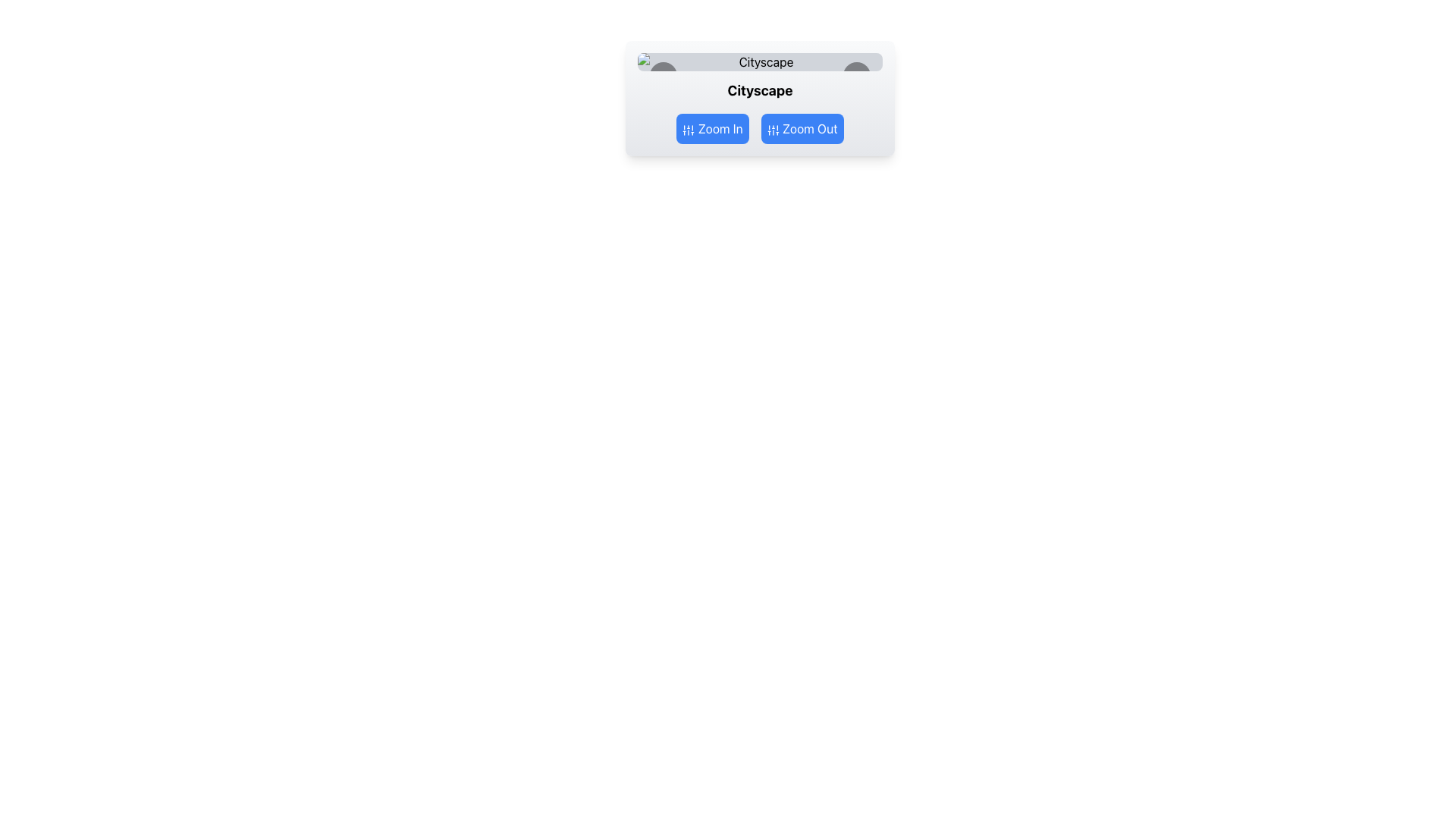 The height and width of the screenshot is (819, 1456). What do you see at coordinates (663, 76) in the screenshot?
I see `the leftward arrow navigation icon embedded within a circular button located at the top-left side of the floating interface panel` at bounding box center [663, 76].